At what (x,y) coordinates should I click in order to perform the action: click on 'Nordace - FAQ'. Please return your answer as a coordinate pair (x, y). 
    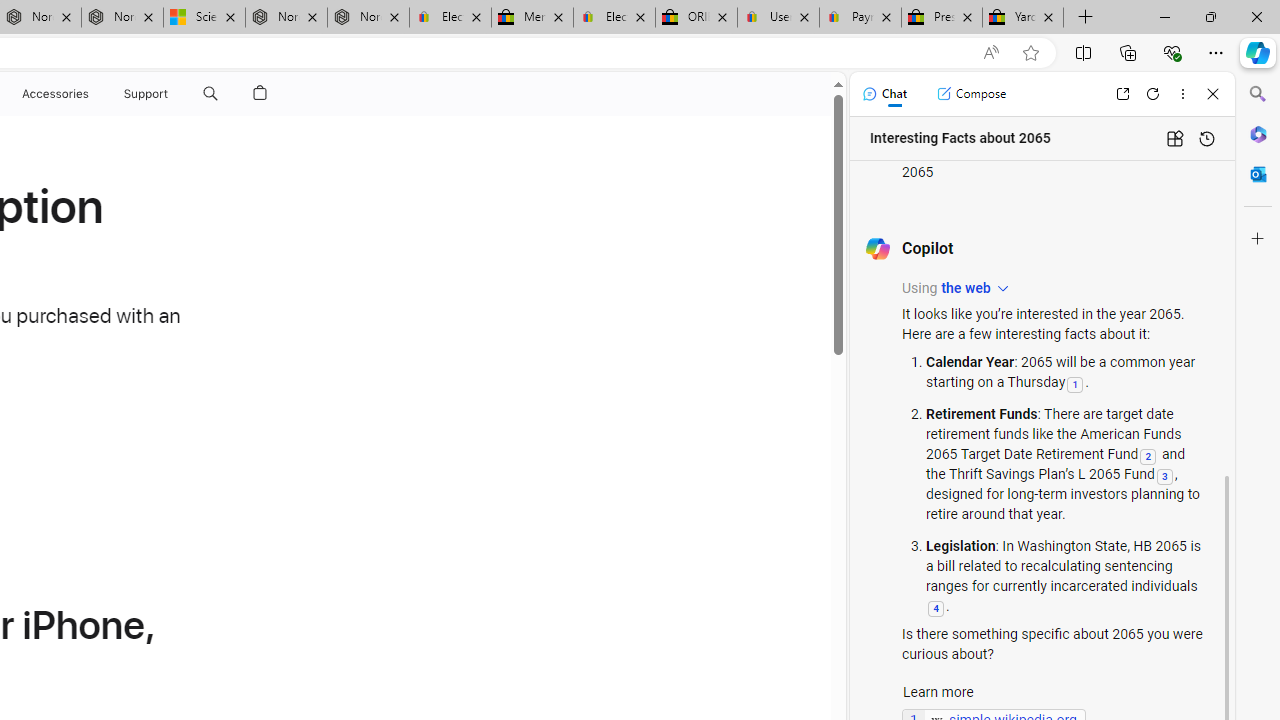
    Looking at the image, I should click on (368, 17).